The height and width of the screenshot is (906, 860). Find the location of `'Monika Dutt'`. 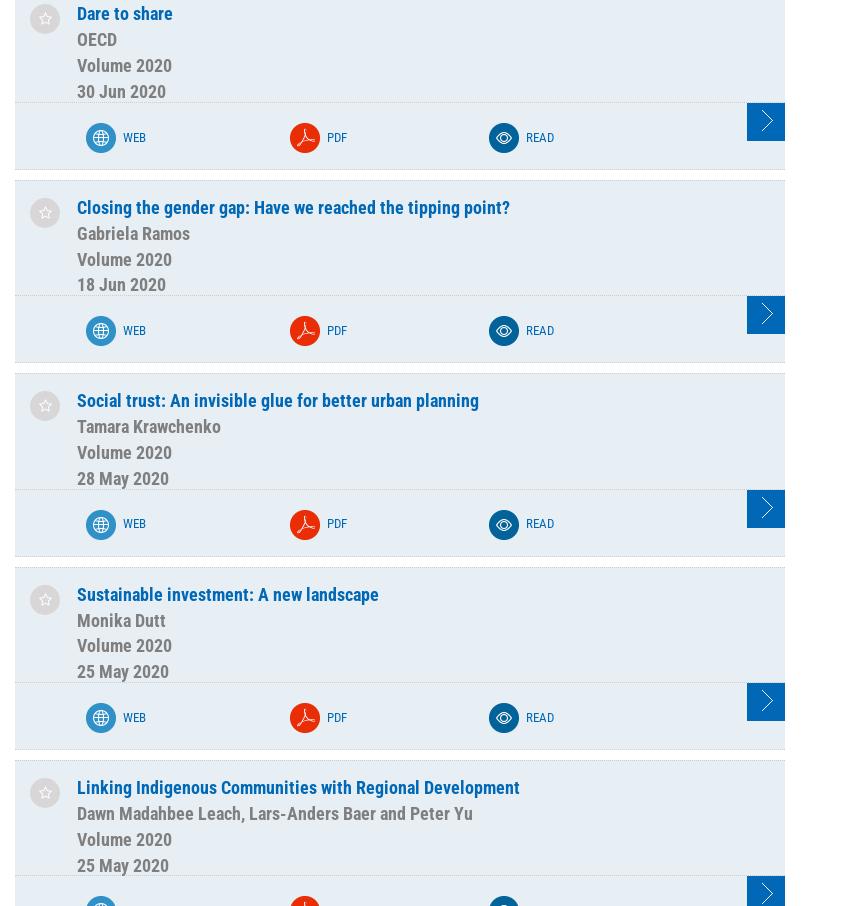

'Monika Dutt' is located at coordinates (121, 619).